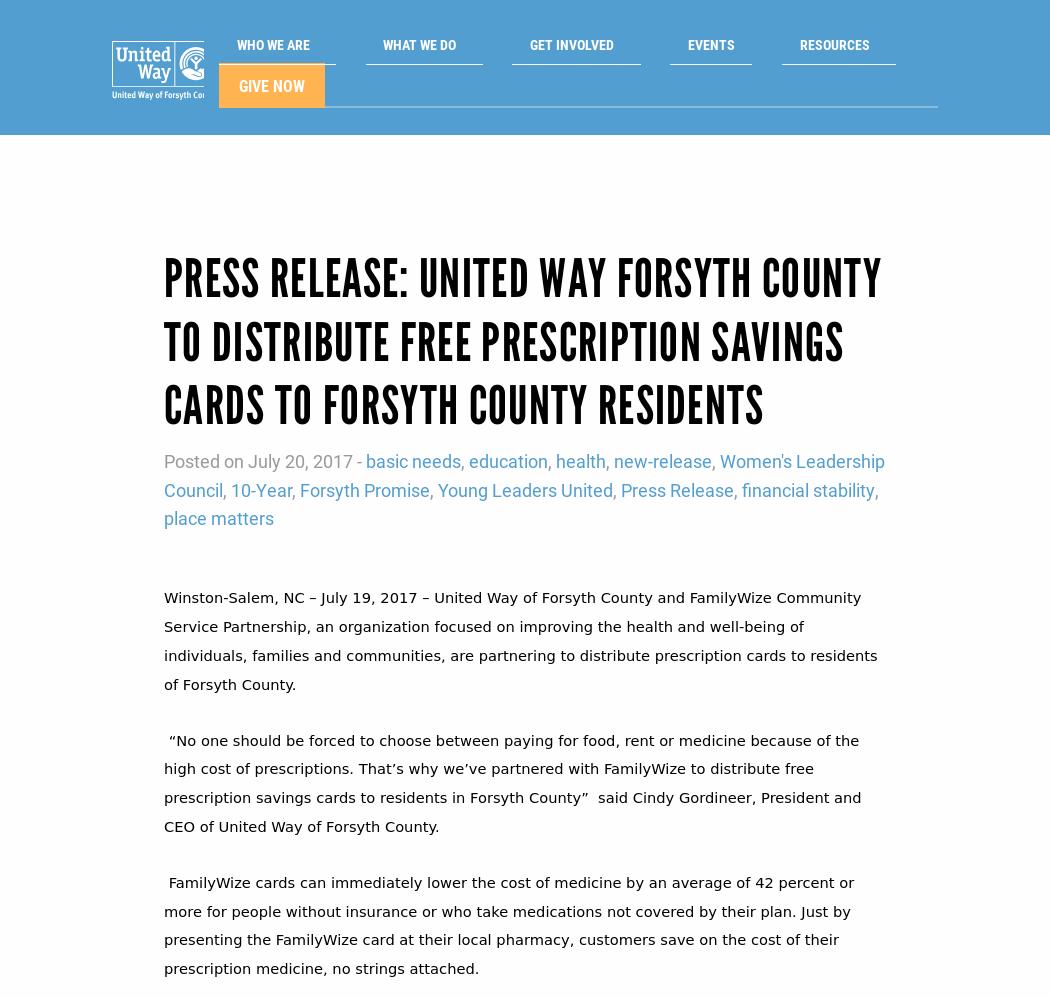 The height and width of the screenshot is (998, 1050). What do you see at coordinates (525, 455) in the screenshot?
I see `'Young Leaders United'` at bounding box center [525, 455].